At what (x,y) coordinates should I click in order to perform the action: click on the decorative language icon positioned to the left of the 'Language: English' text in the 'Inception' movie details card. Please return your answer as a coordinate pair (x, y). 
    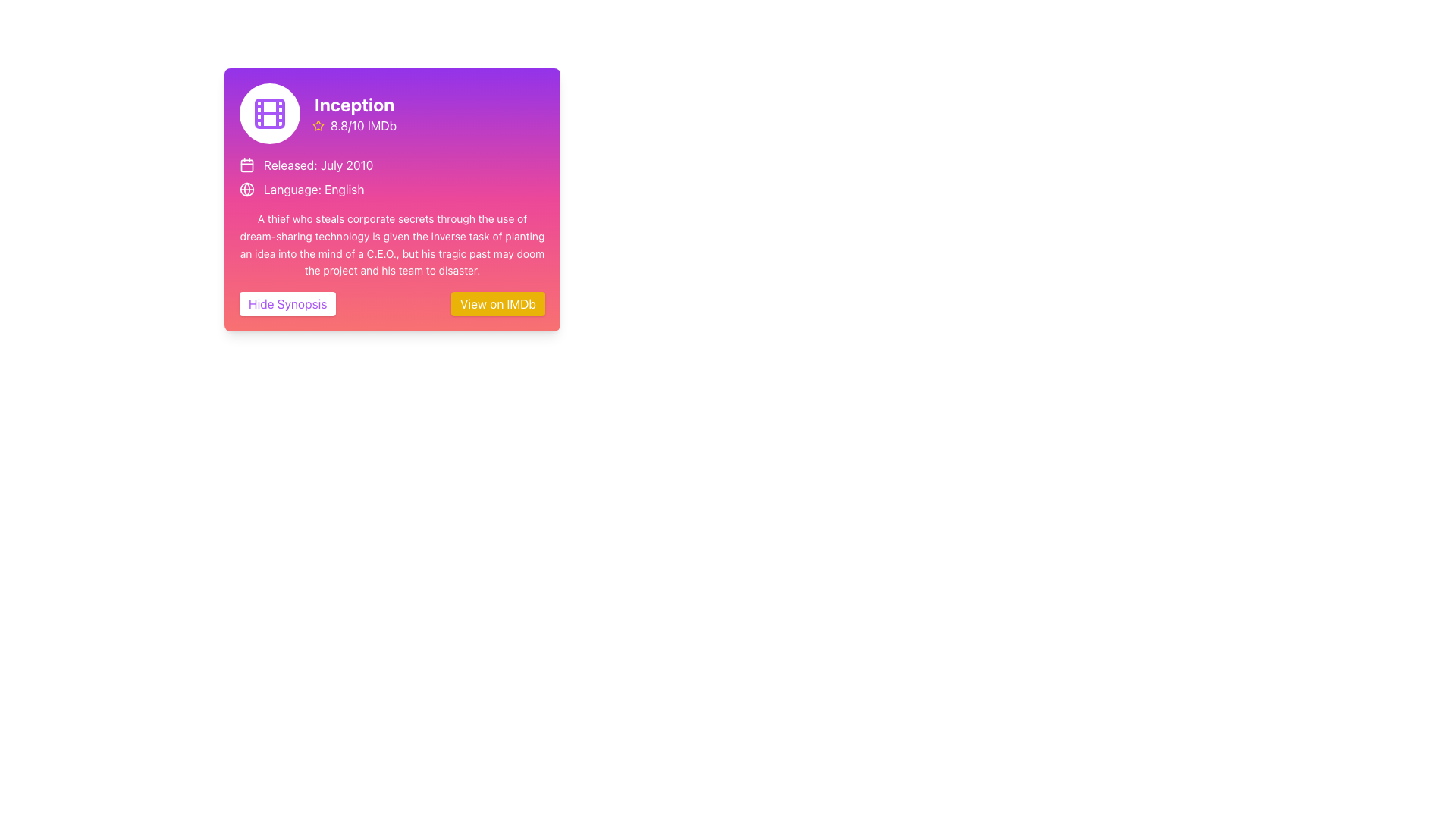
    Looking at the image, I should click on (247, 189).